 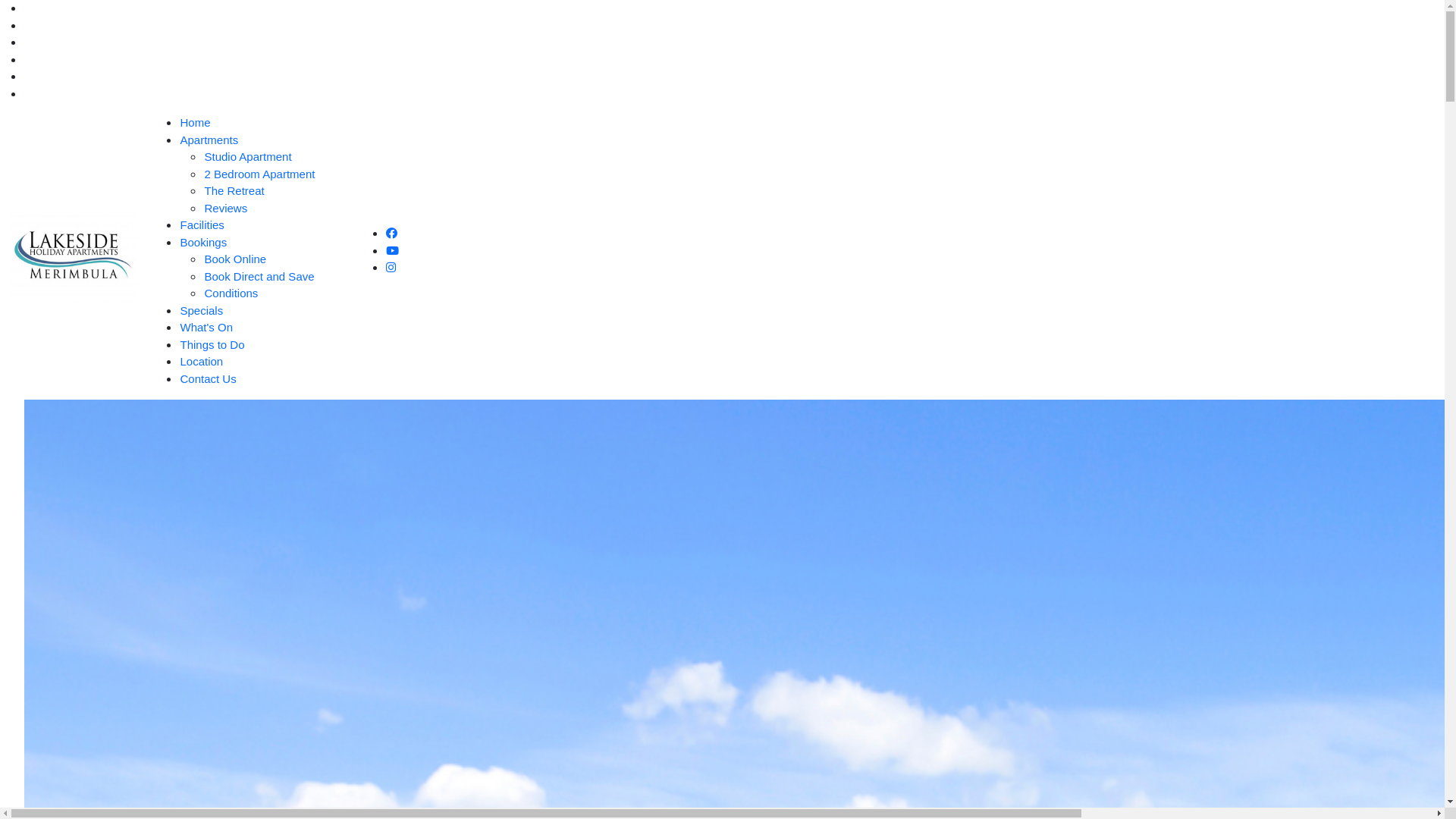 What do you see at coordinates (234, 258) in the screenshot?
I see `'Book Online'` at bounding box center [234, 258].